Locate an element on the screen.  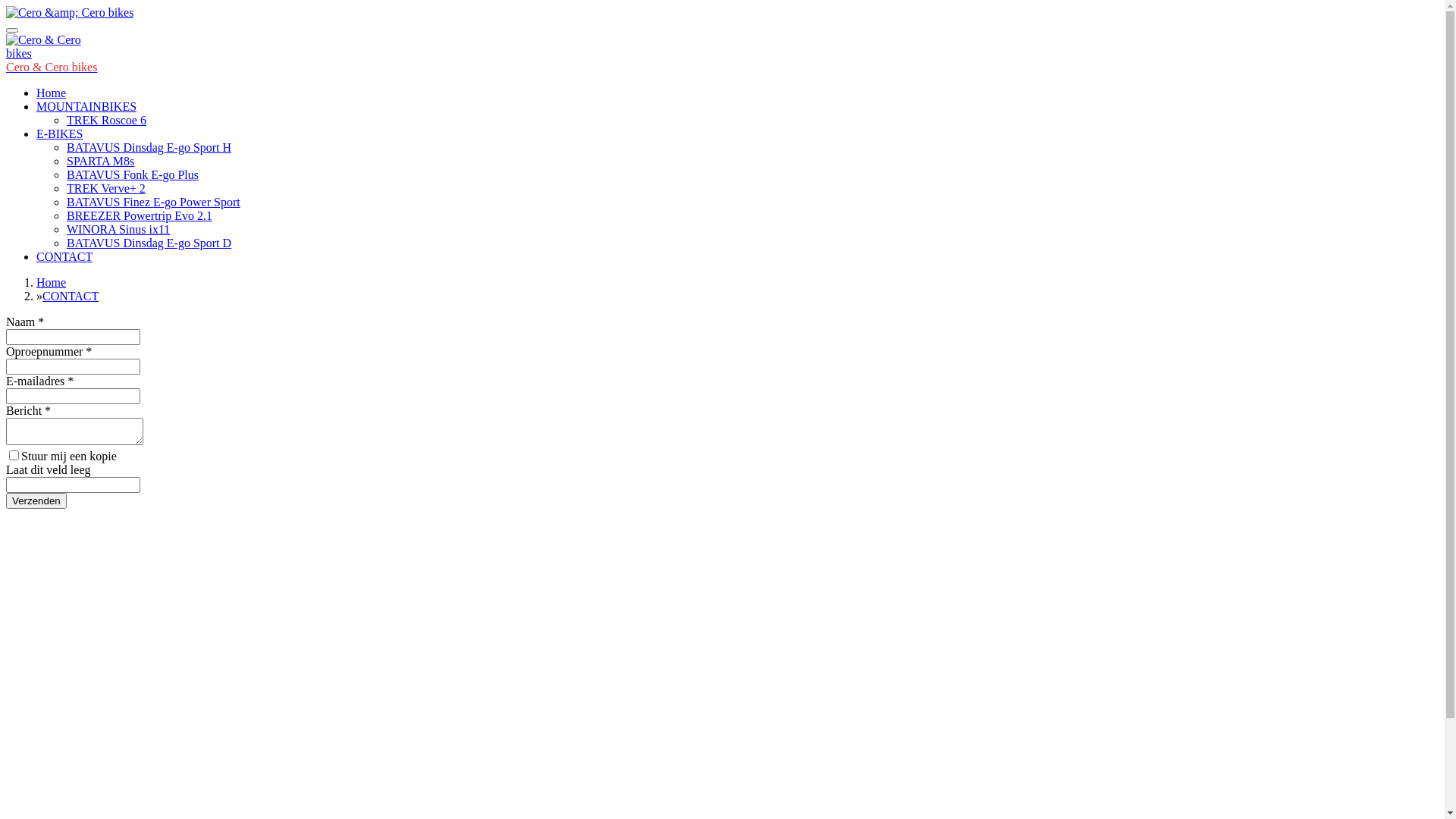
'CONTACT' is located at coordinates (69, 296).